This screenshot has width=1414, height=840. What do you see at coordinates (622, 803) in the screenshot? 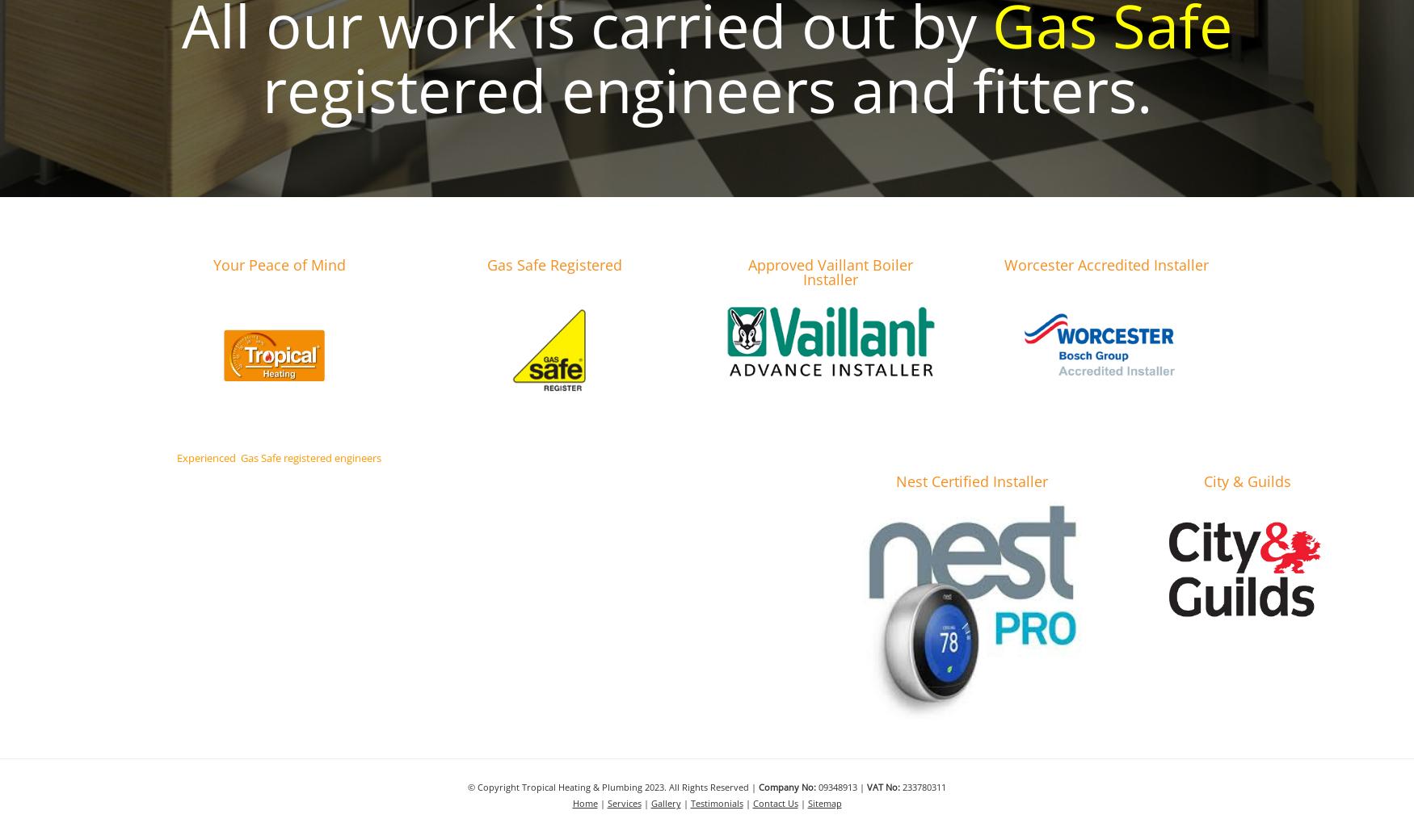
I see `'Services'` at bounding box center [622, 803].